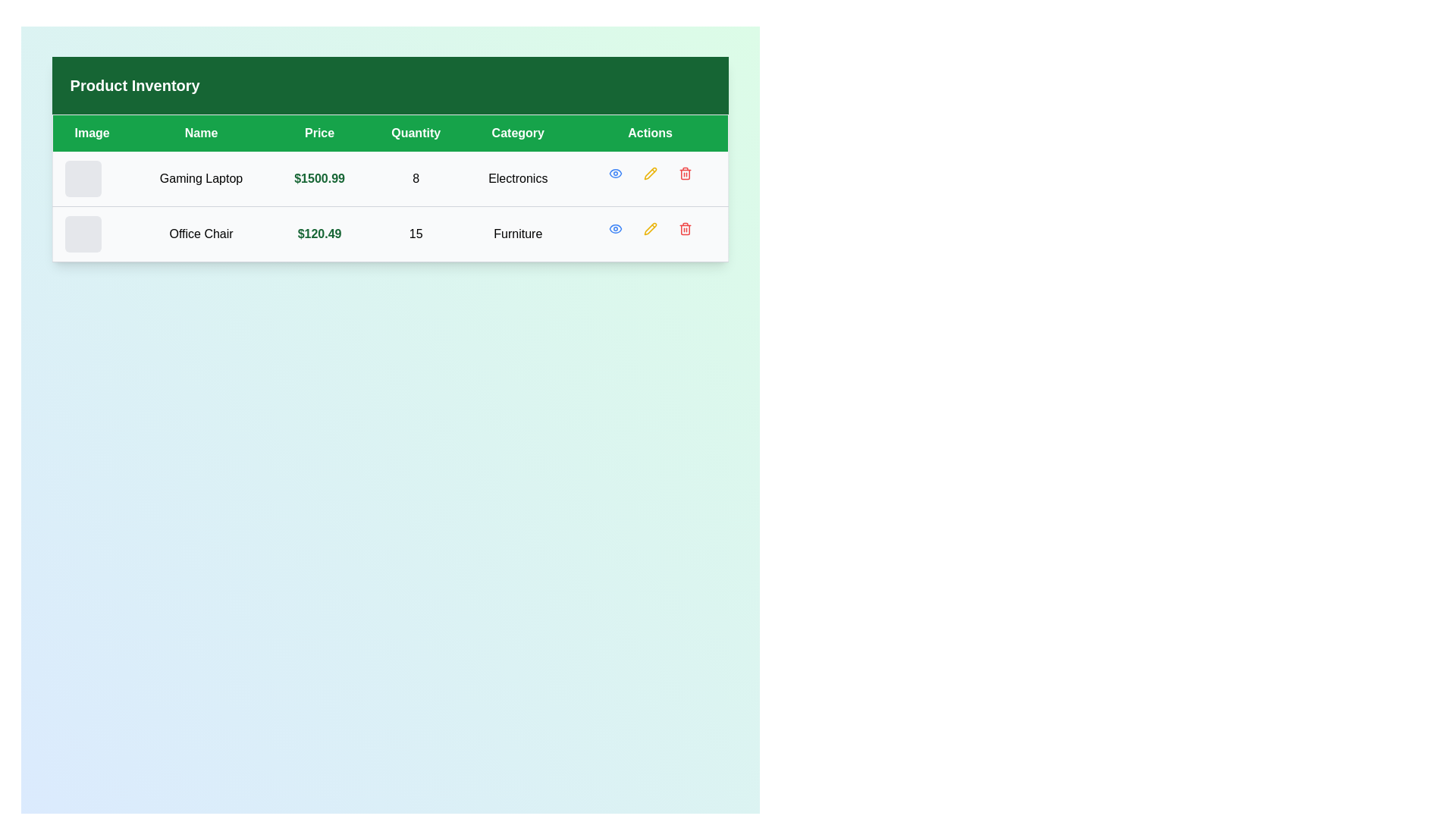 The height and width of the screenshot is (819, 1456). What do you see at coordinates (390, 132) in the screenshot?
I see `the labels in the table header row located at the top center of the product inventory table` at bounding box center [390, 132].